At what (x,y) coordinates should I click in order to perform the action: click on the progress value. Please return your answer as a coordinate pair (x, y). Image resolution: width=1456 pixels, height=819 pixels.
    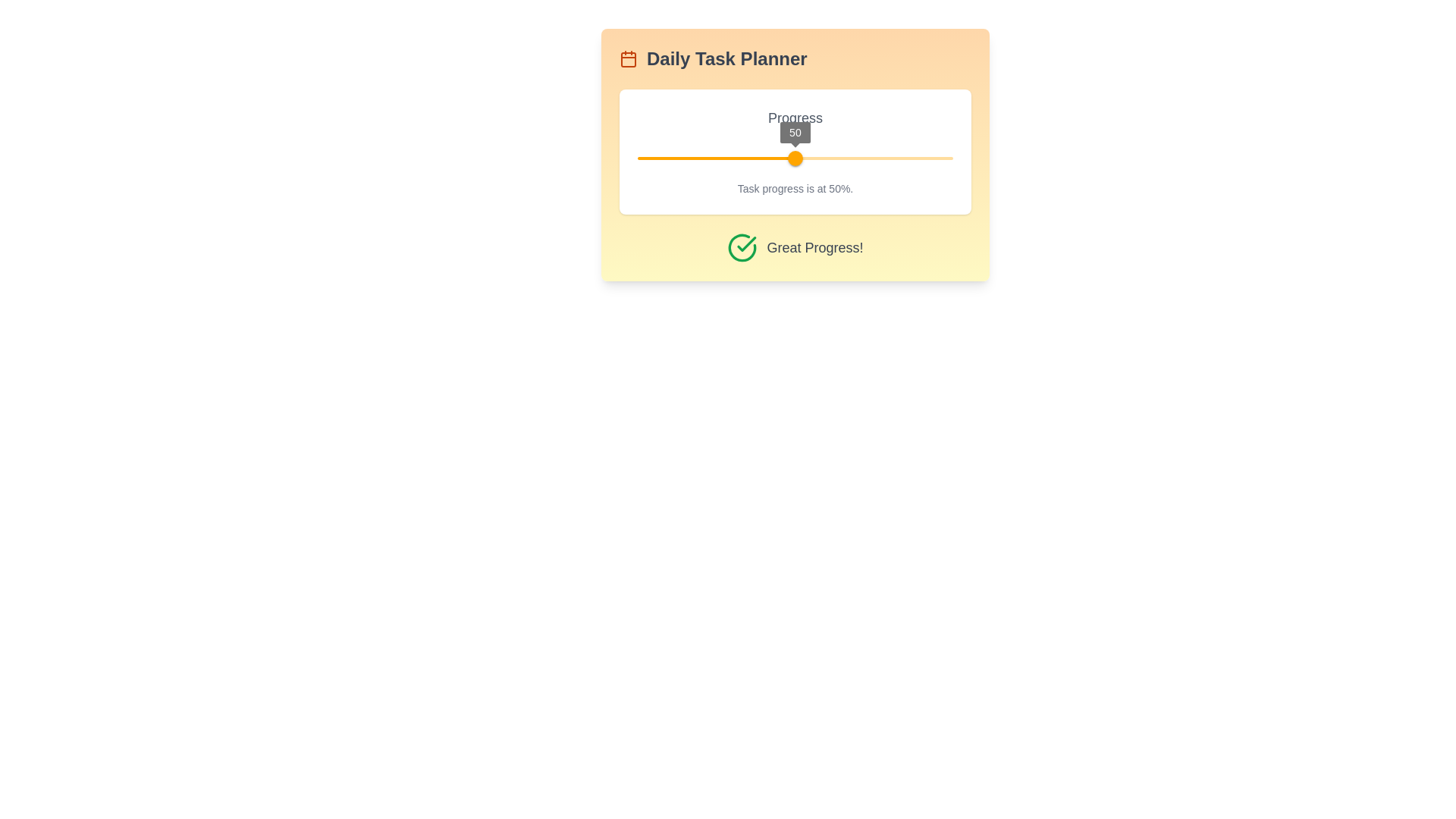
    Looking at the image, I should click on (924, 158).